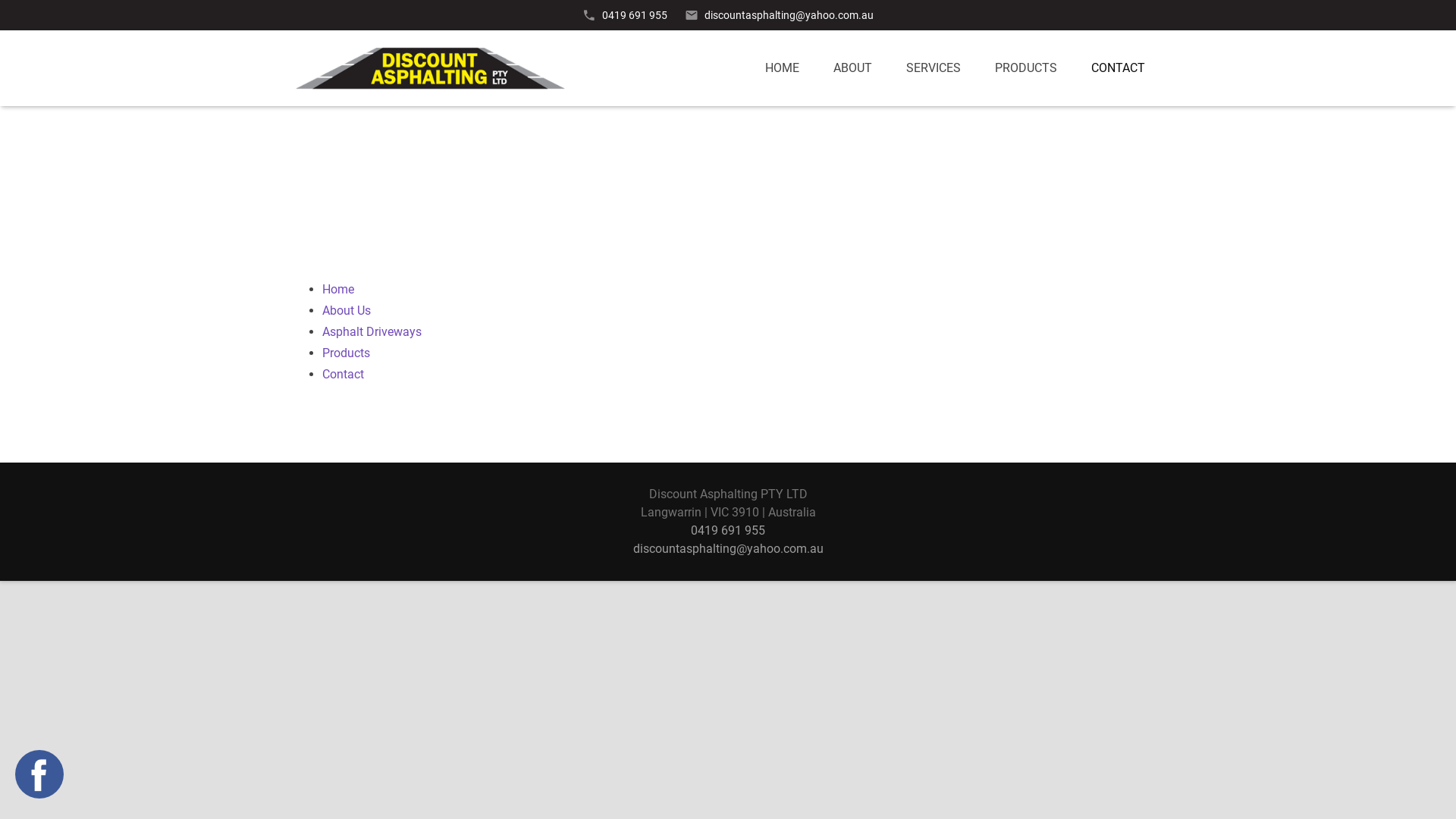 The height and width of the screenshot is (819, 1456). What do you see at coordinates (932, 67) in the screenshot?
I see `'SERVICES'` at bounding box center [932, 67].